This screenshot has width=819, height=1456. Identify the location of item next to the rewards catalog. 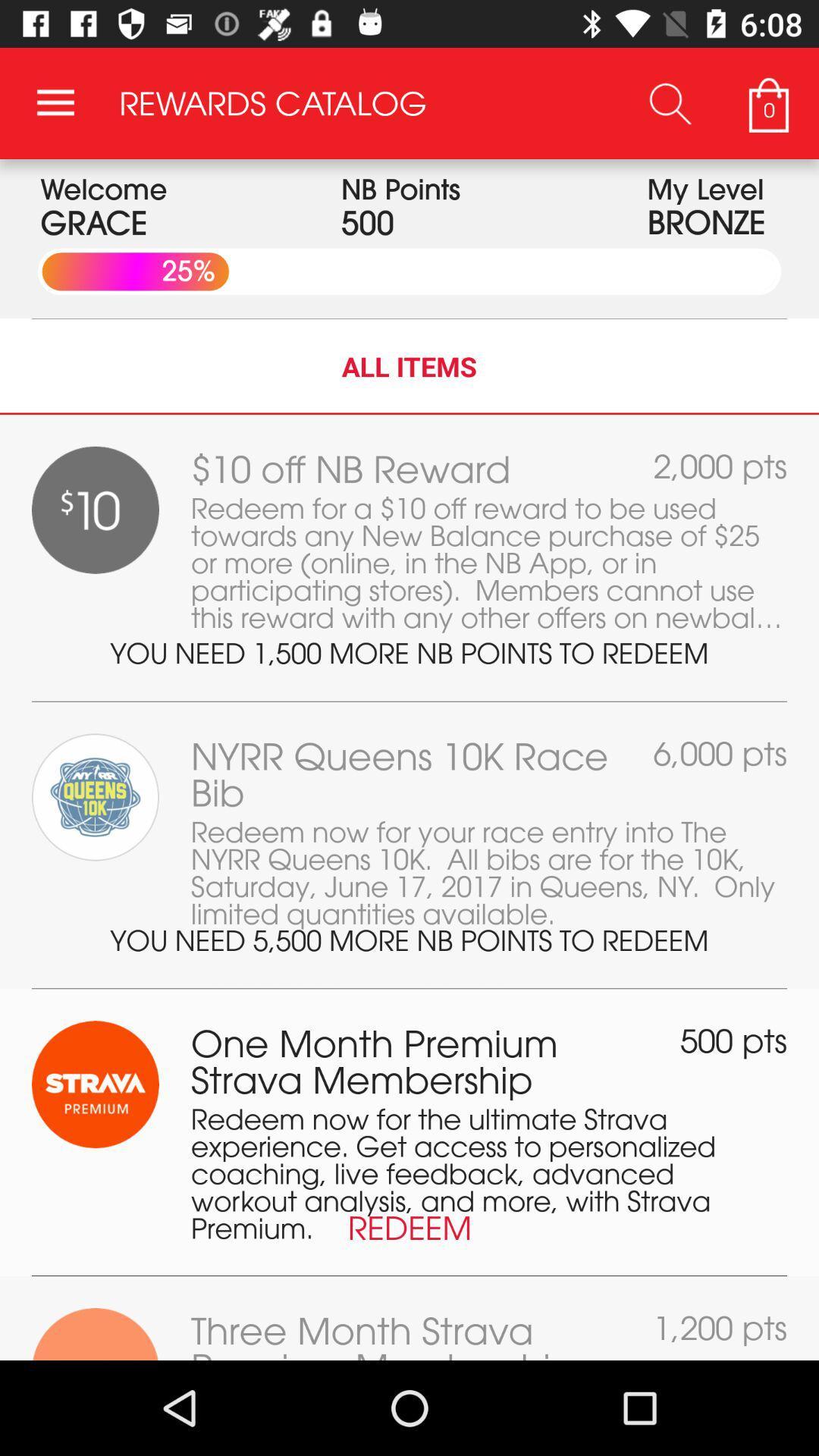
(55, 102).